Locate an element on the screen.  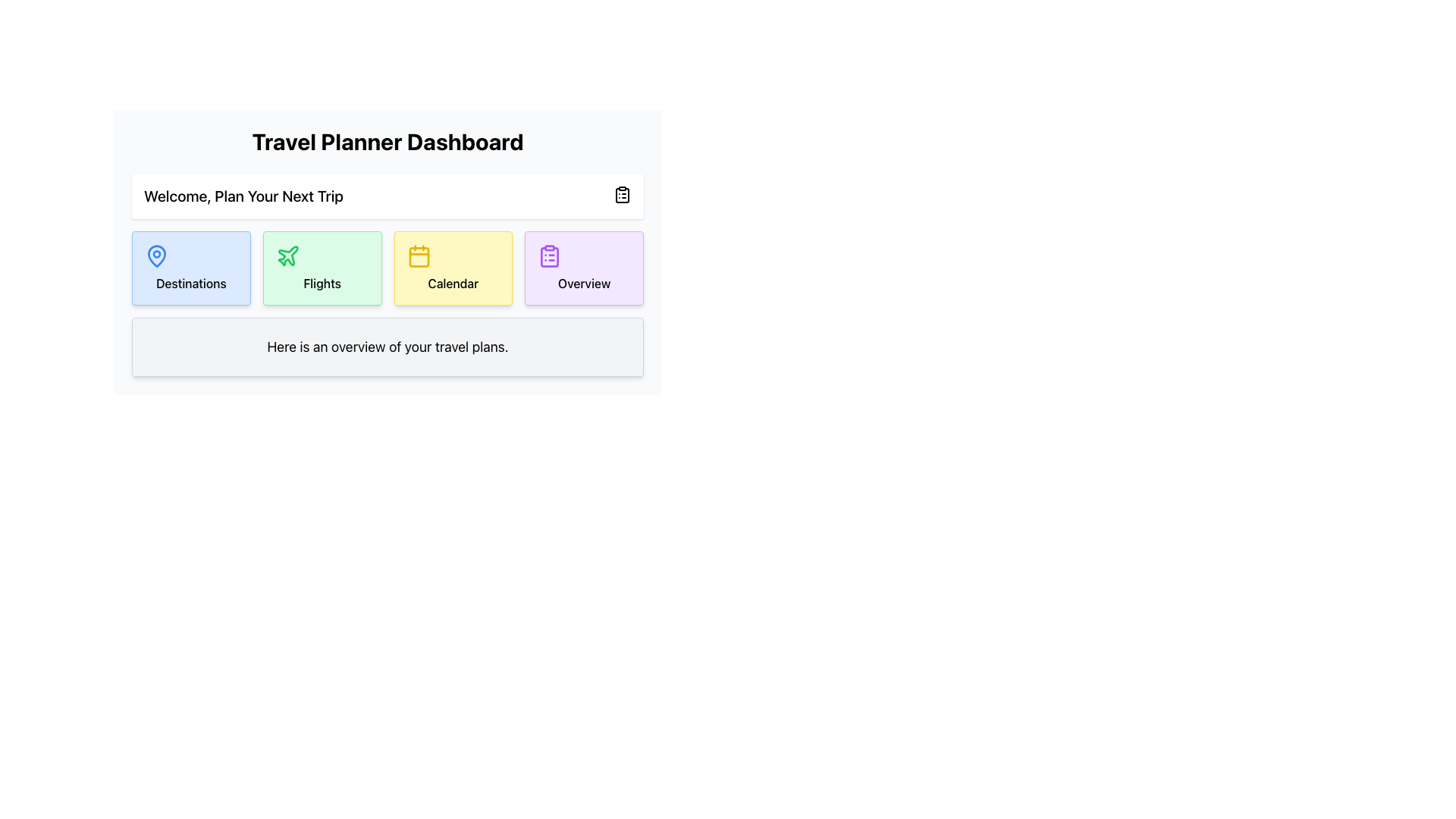
the clipboard icon in the top-right corner of the header panel, next to the 'Welcome, Plan Your Next Trip' text is located at coordinates (622, 194).